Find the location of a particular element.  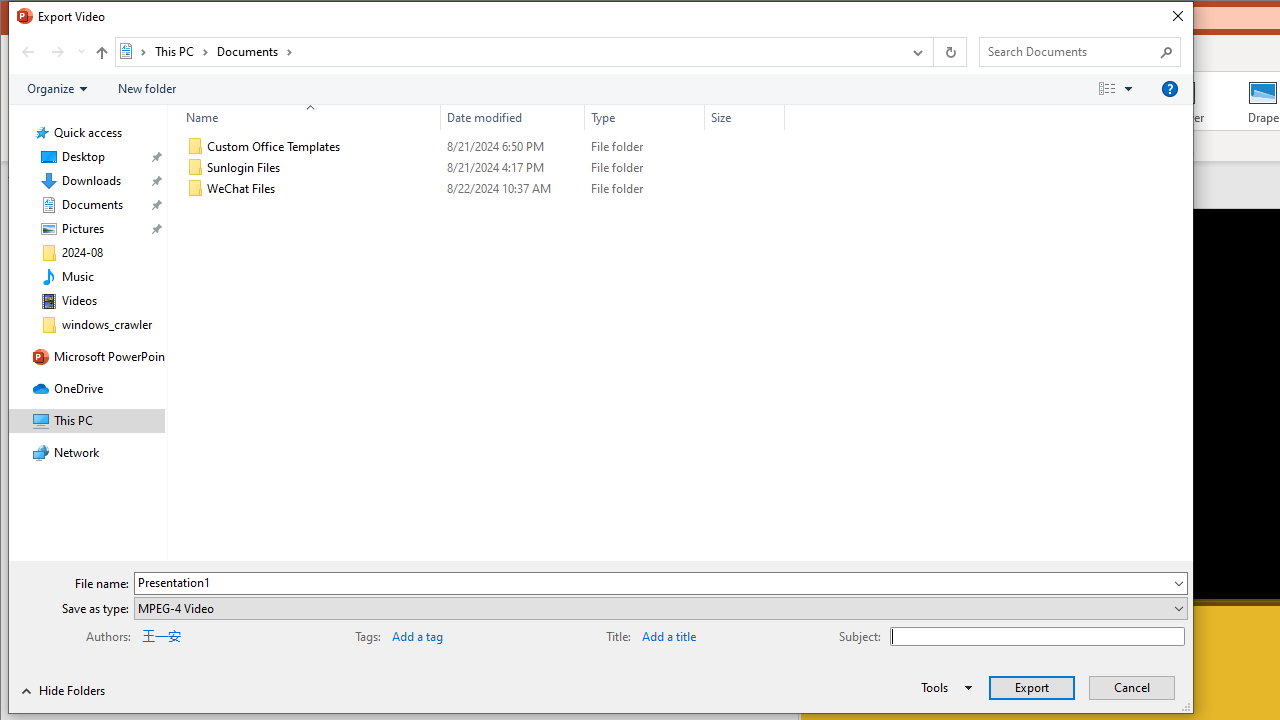

'Filter dropdown' is located at coordinates (775, 117).